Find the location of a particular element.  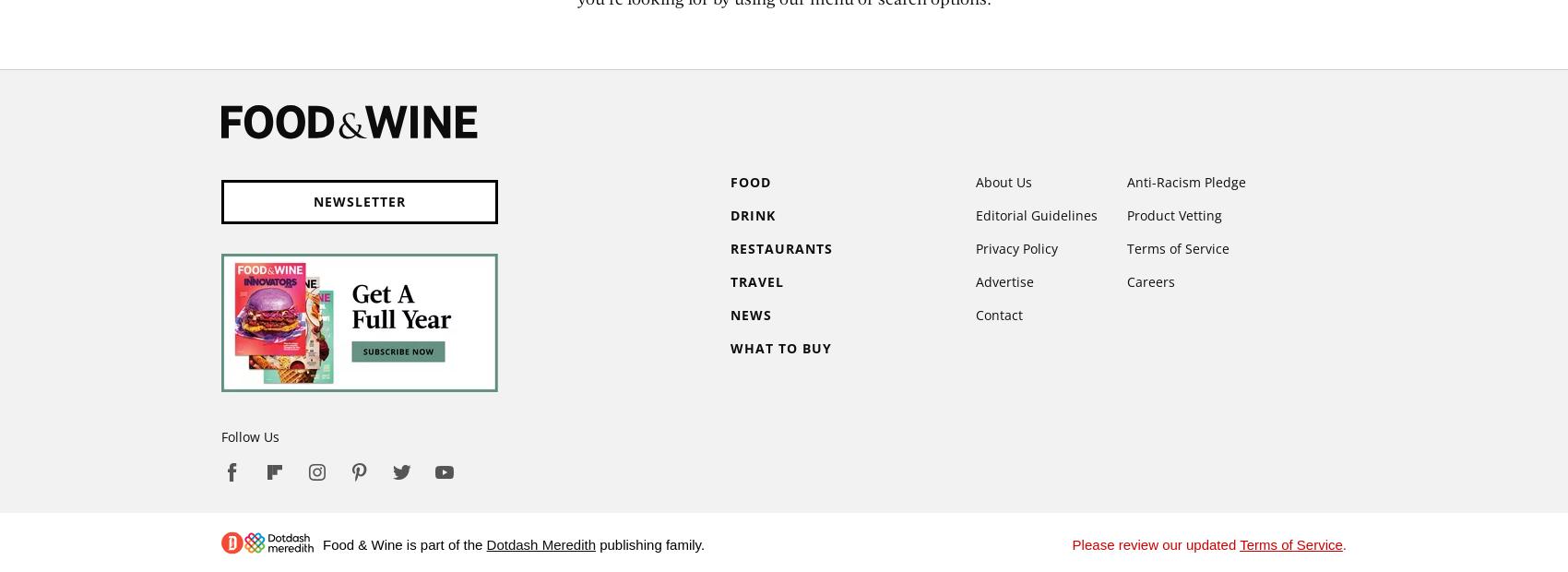

'Restaurants' is located at coordinates (780, 248).